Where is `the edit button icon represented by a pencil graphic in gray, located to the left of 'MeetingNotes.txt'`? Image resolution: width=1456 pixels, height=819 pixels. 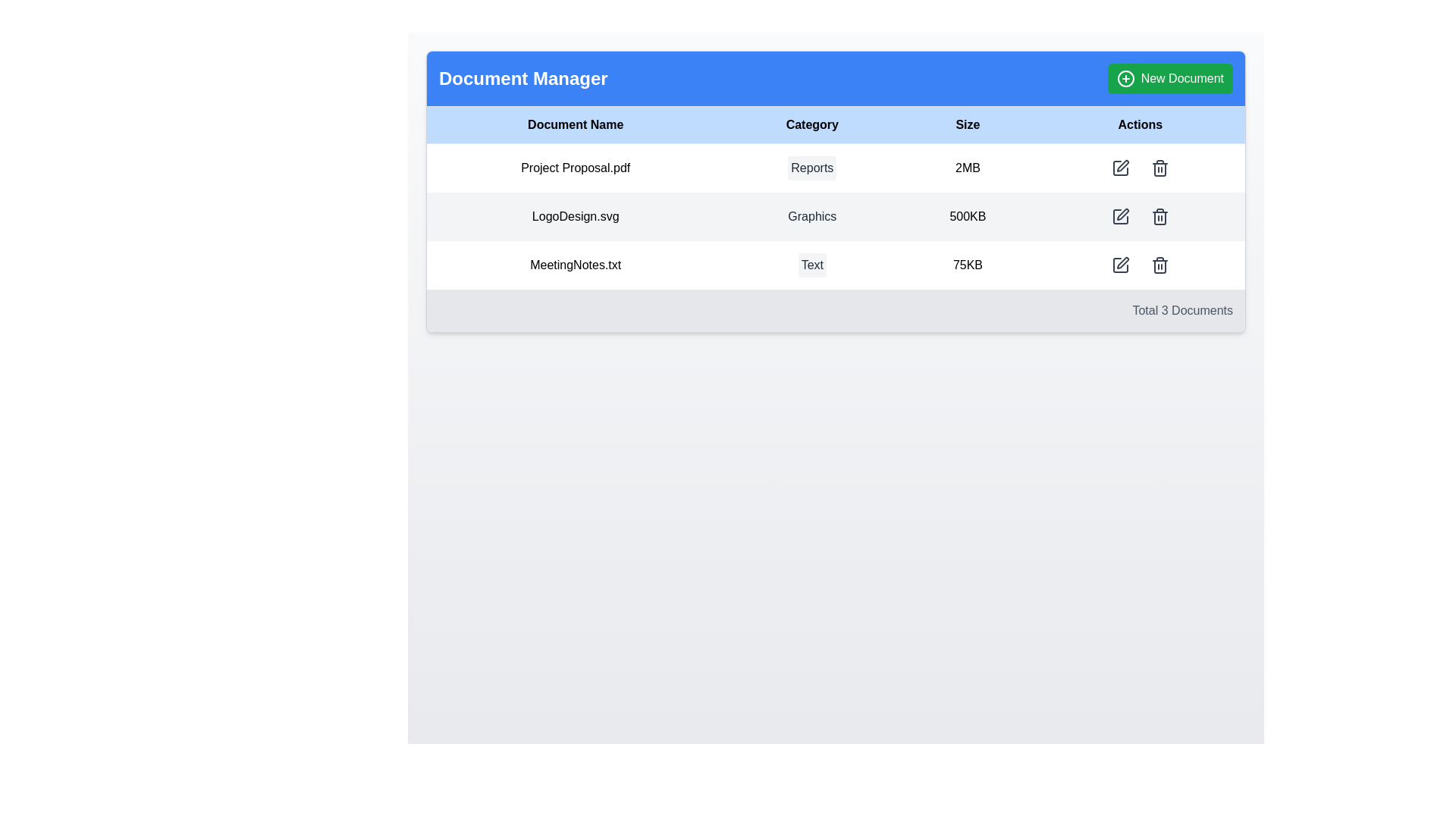 the edit button icon represented by a pencil graphic in gray, located to the left of 'MeetingNotes.txt' is located at coordinates (1120, 265).